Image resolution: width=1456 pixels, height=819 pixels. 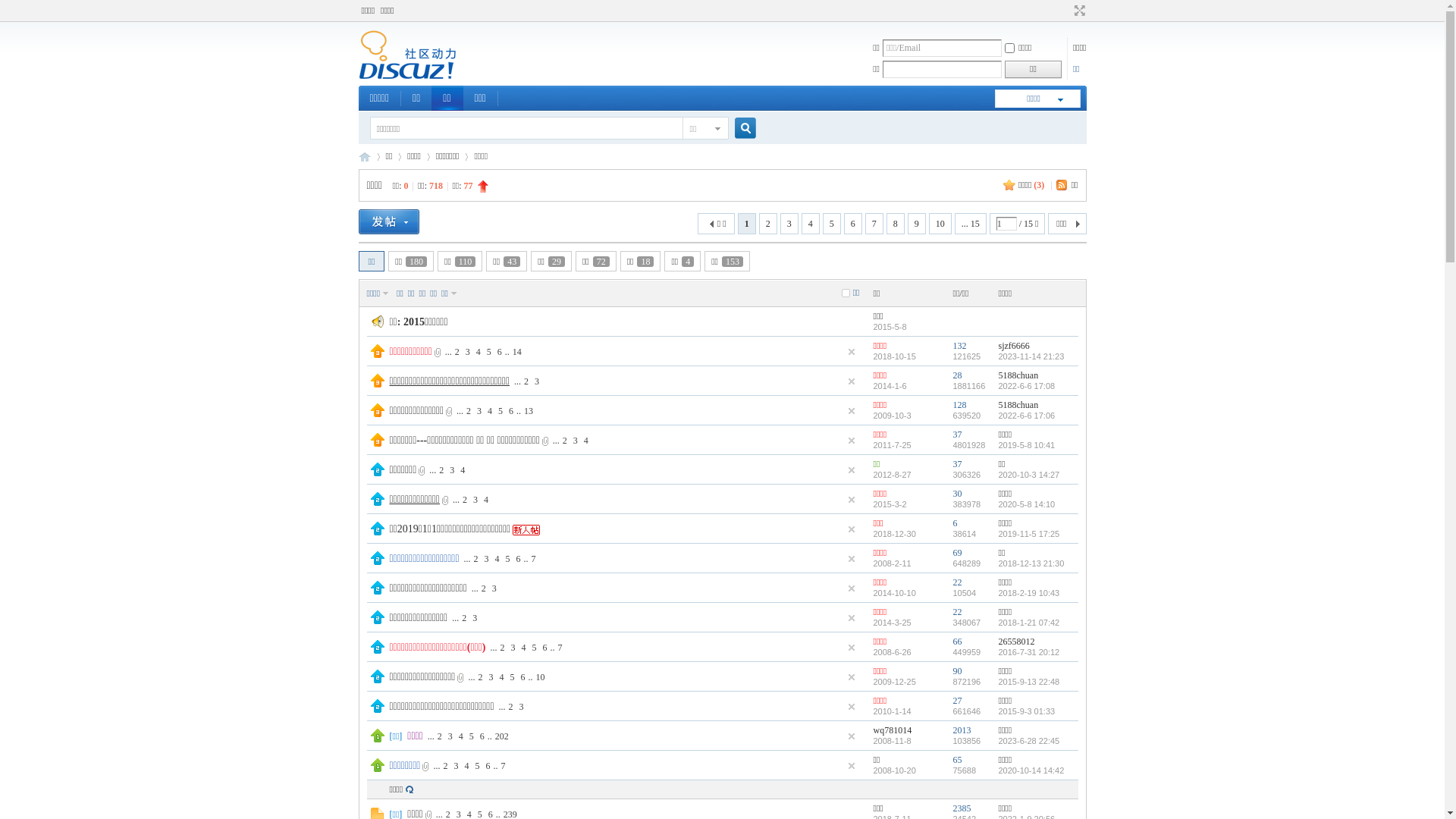 What do you see at coordinates (997, 739) in the screenshot?
I see `'2023-6-28 22:45'` at bounding box center [997, 739].